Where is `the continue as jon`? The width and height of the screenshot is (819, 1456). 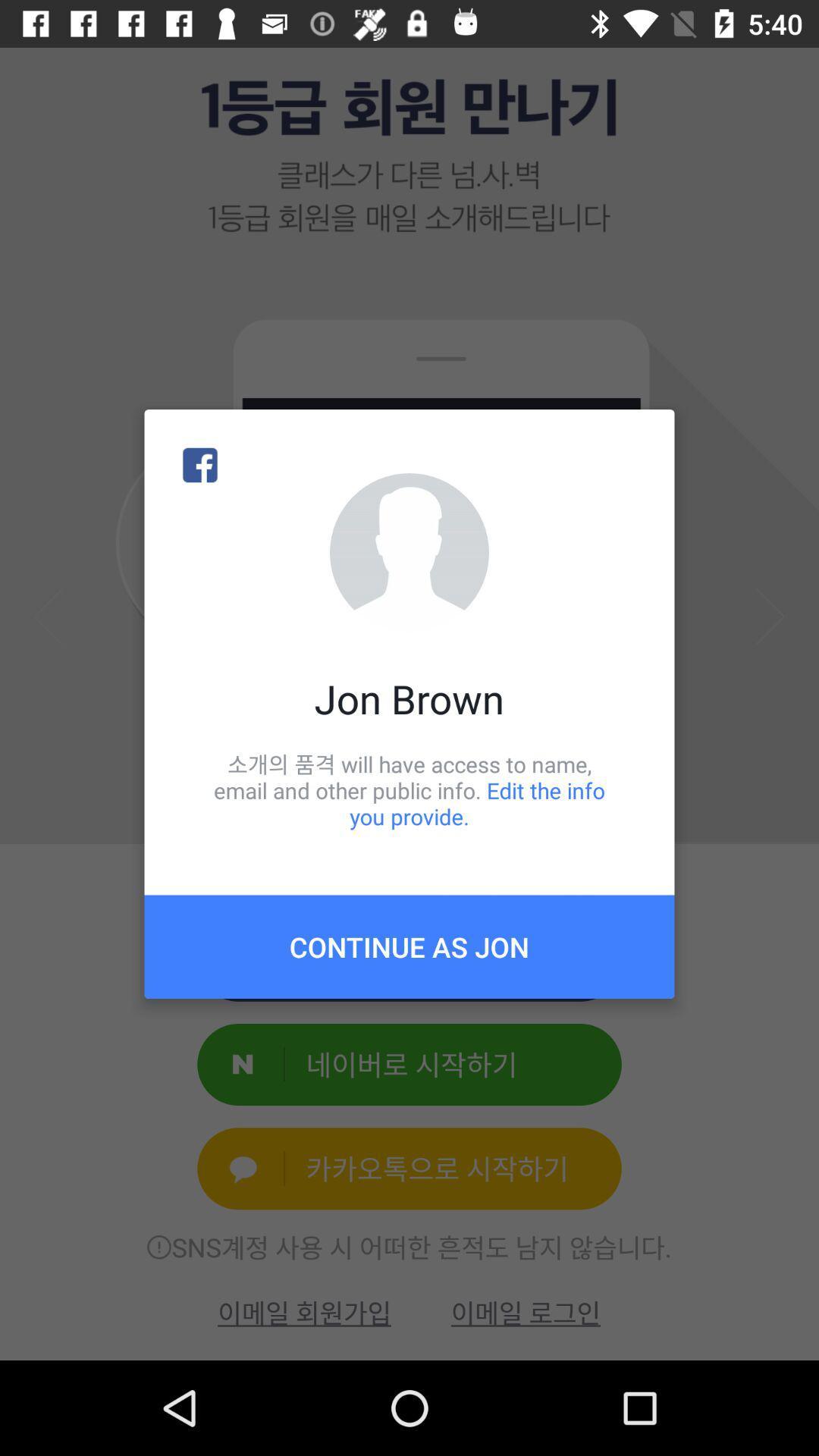 the continue as jon is located at coordinates (409, 946).